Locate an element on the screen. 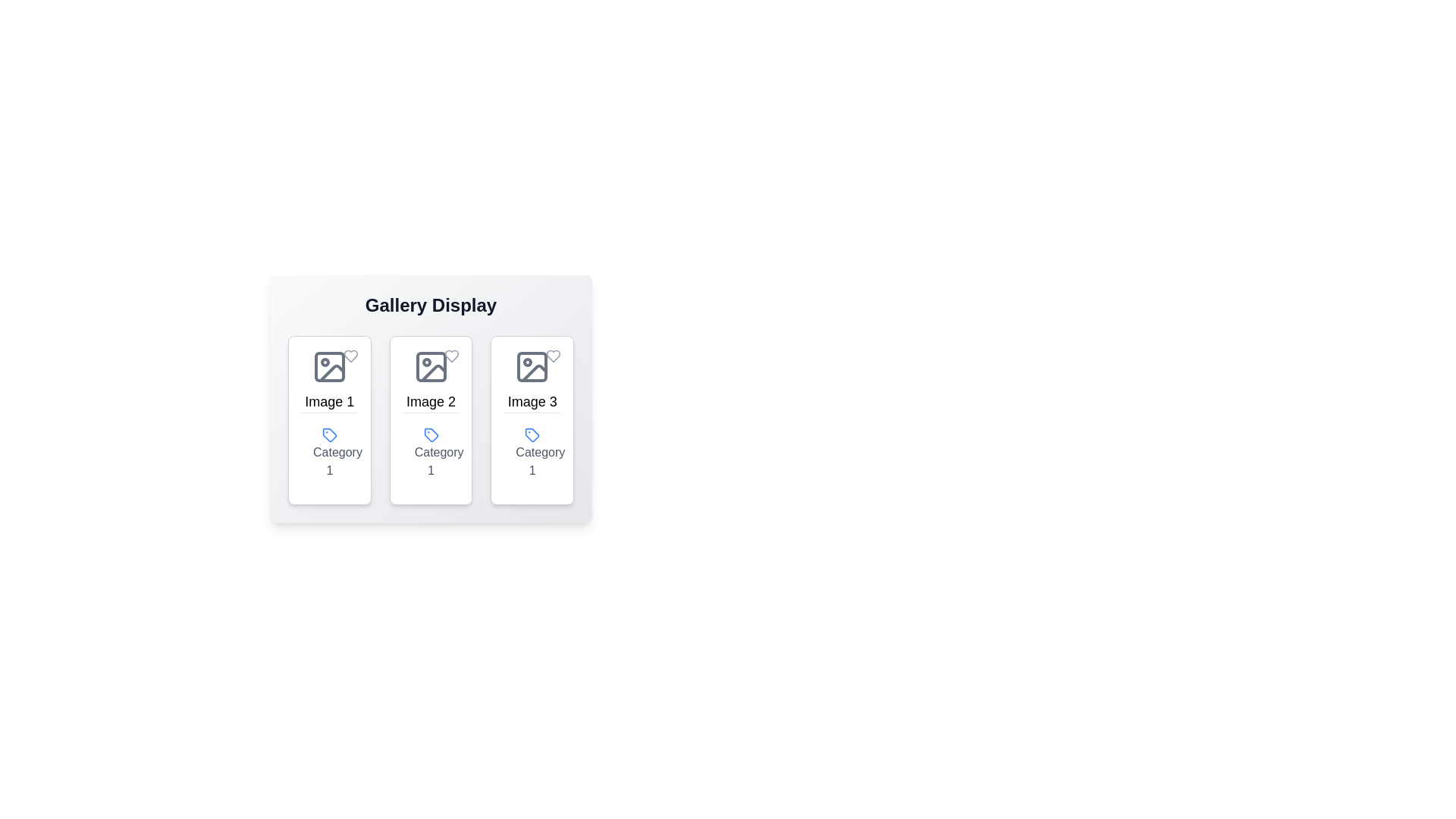 The height and width of the screenshot is (819, 1456). the Decorative SVG Icon resembling a price tag or label, which has a blue outline and is located near the text labeled 'Category 1' below 'Image 3' is located at coordinates (532, 435).